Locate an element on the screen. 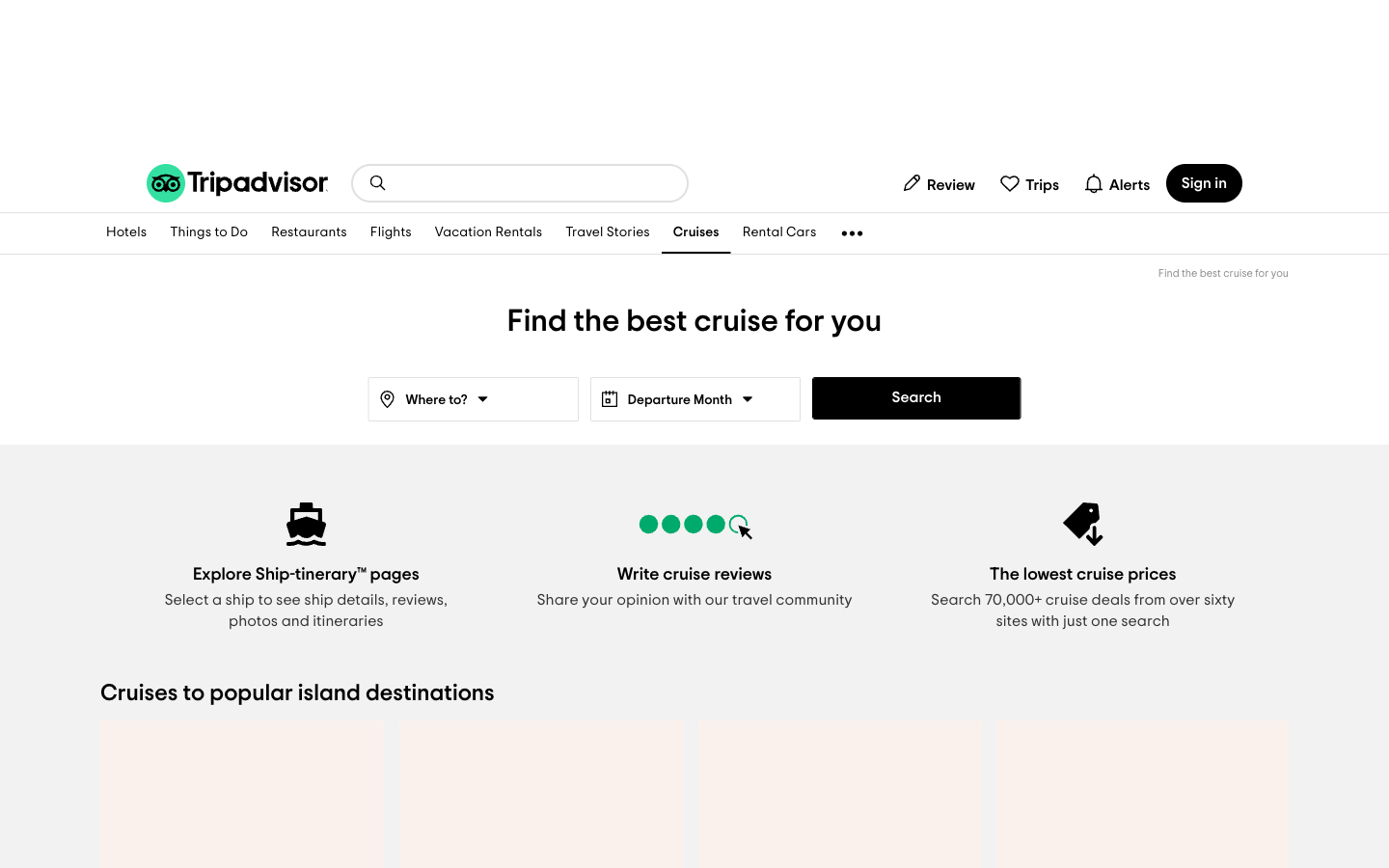 The image size is (1389, 868). Look up hotels in this area is located at coordinates (125, 232).